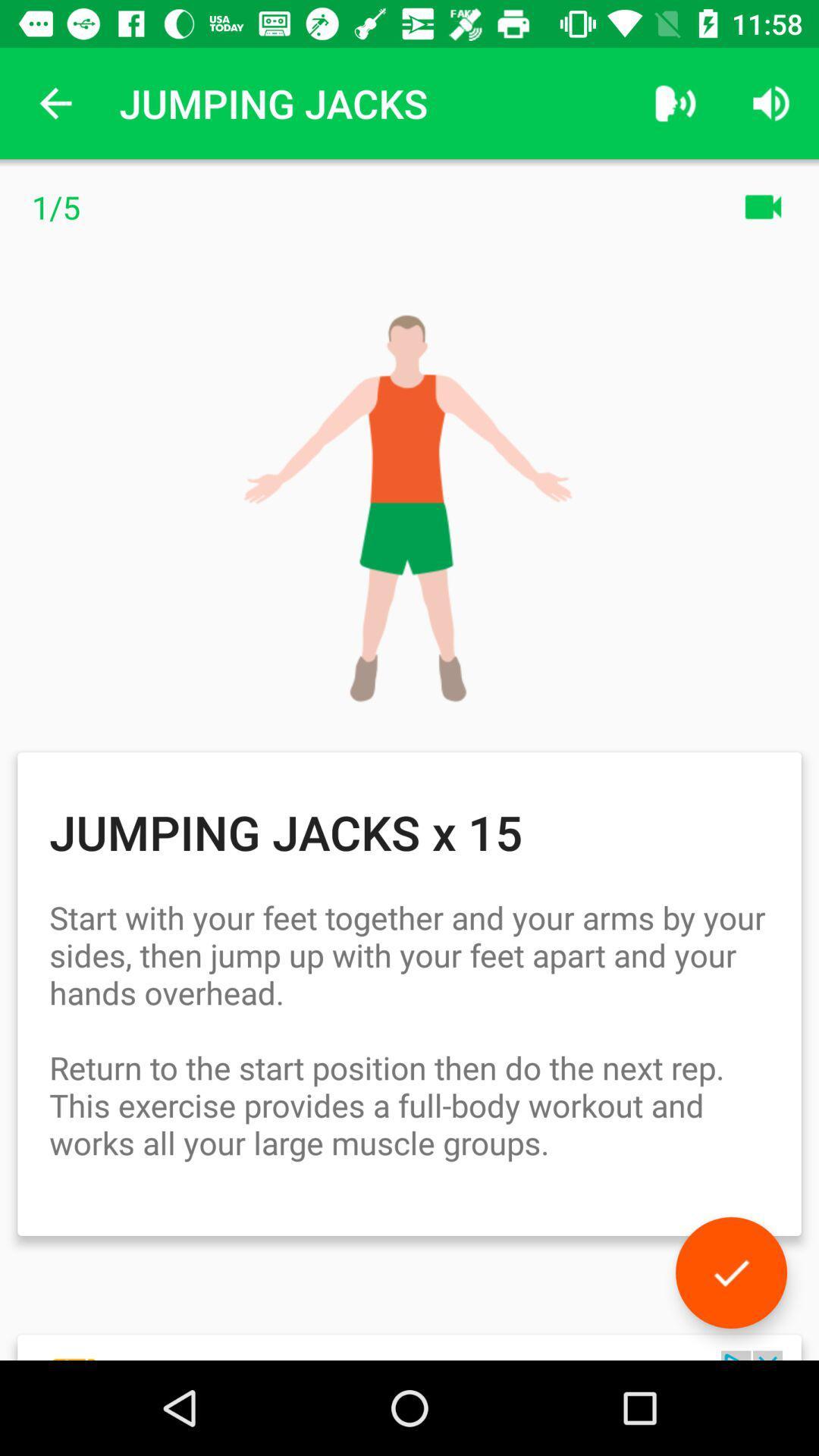 This screenshot has width=819, height=1456. I want to click on the icon at the top left corner, so click(55, 102).